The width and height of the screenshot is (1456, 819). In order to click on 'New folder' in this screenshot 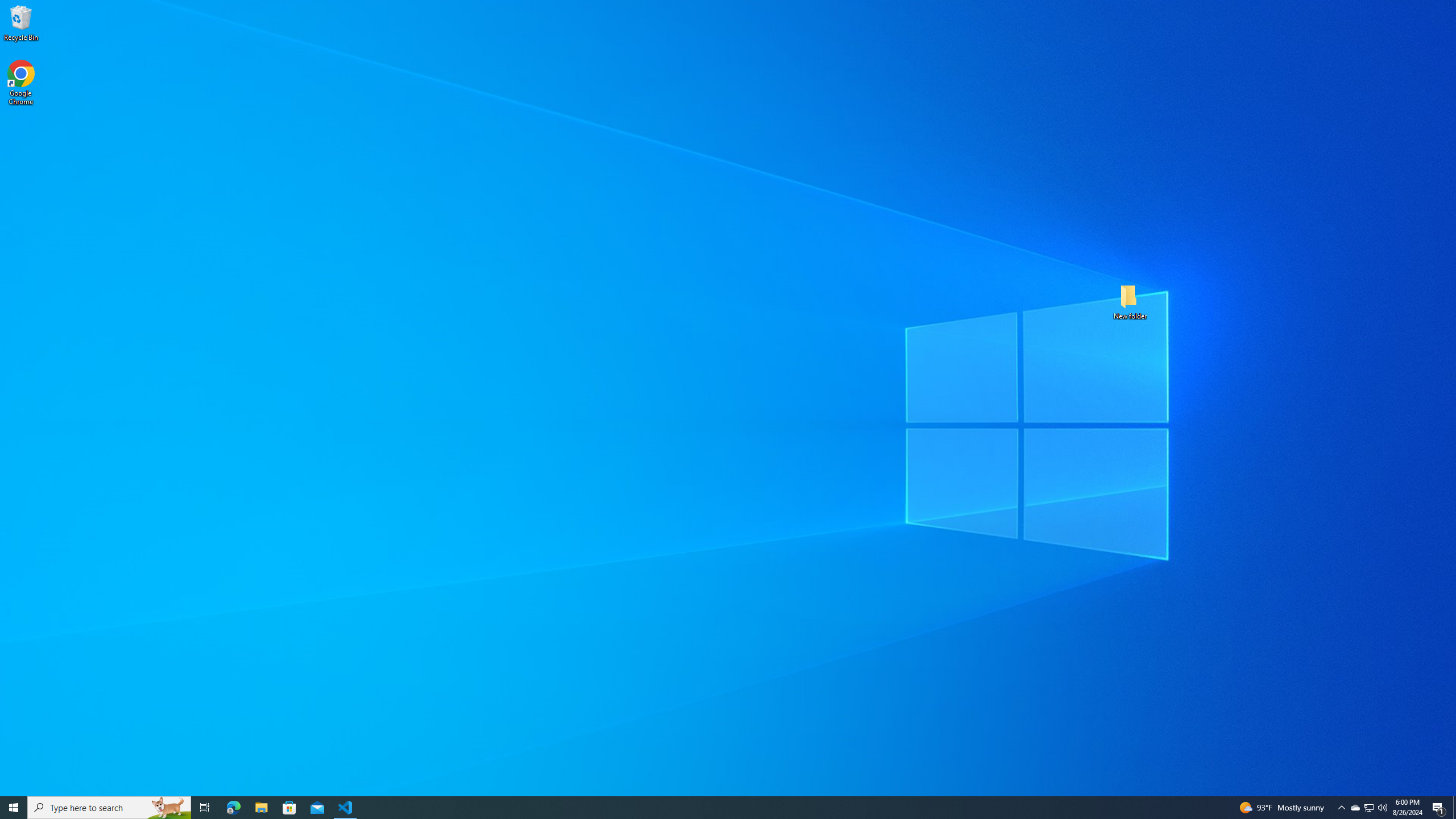, I will do `click(1130, 300)`.